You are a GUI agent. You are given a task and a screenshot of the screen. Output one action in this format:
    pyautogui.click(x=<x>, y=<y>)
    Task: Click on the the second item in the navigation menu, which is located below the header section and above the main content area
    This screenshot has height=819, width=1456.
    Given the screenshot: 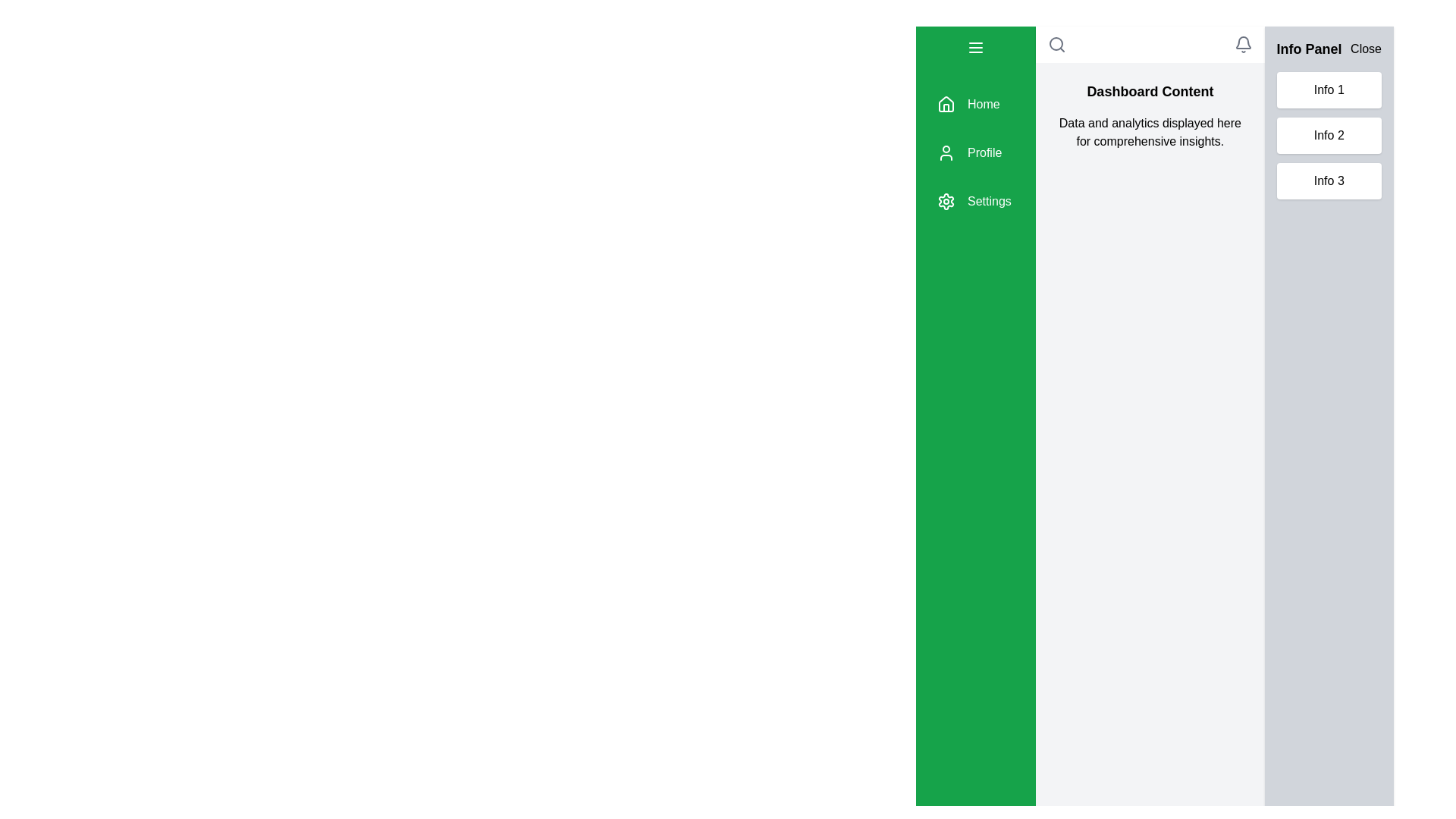 What is the action you would take?
    pyautogui.click(x=976, y=152)
    